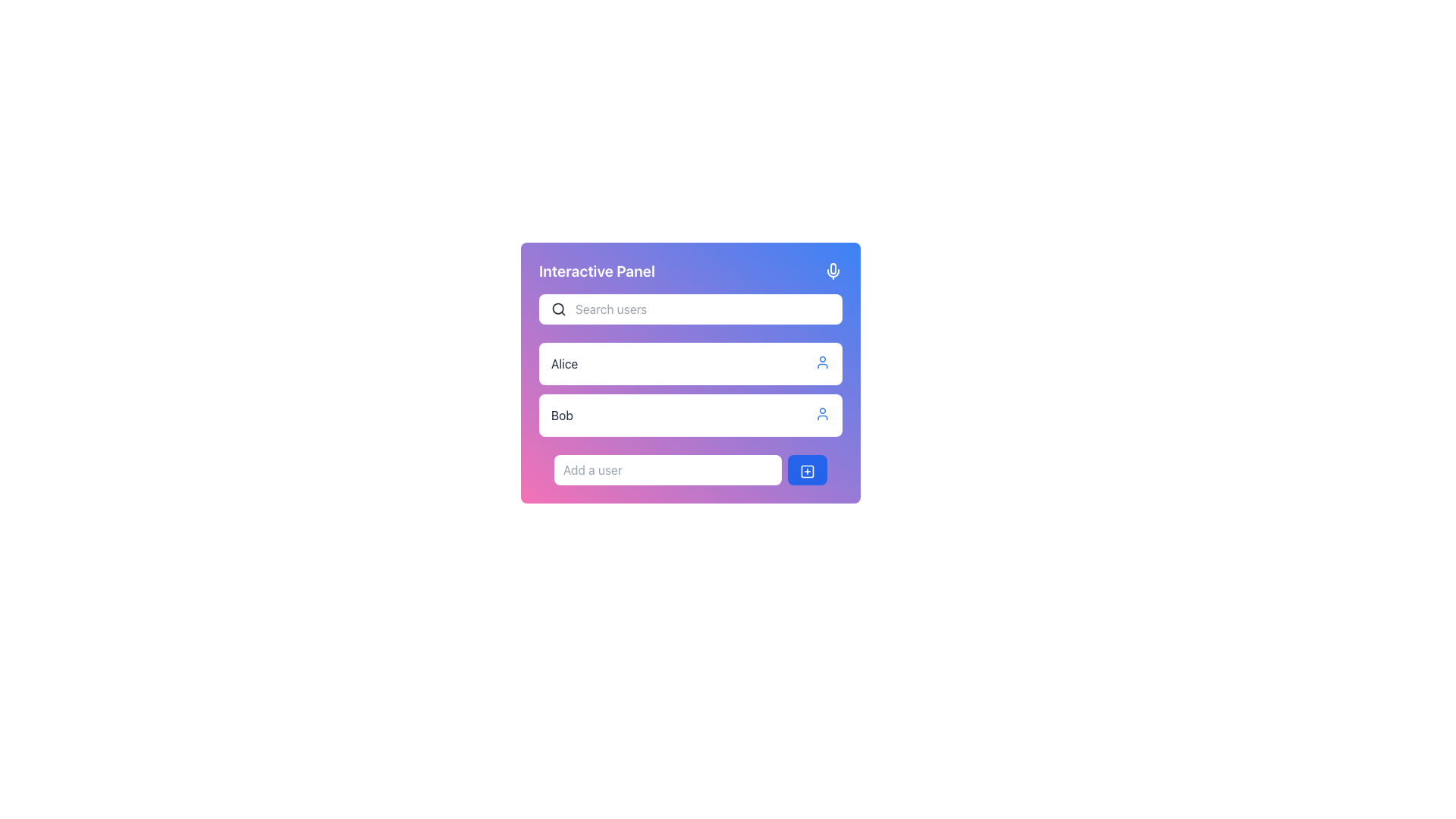 The width and height of the screenshot is (1456, 819). I want to click on the search icon located on the left side of the search input field within the 'Interactive Panel', which serves as a visual indicator for the search functionality, so click(558, 309).